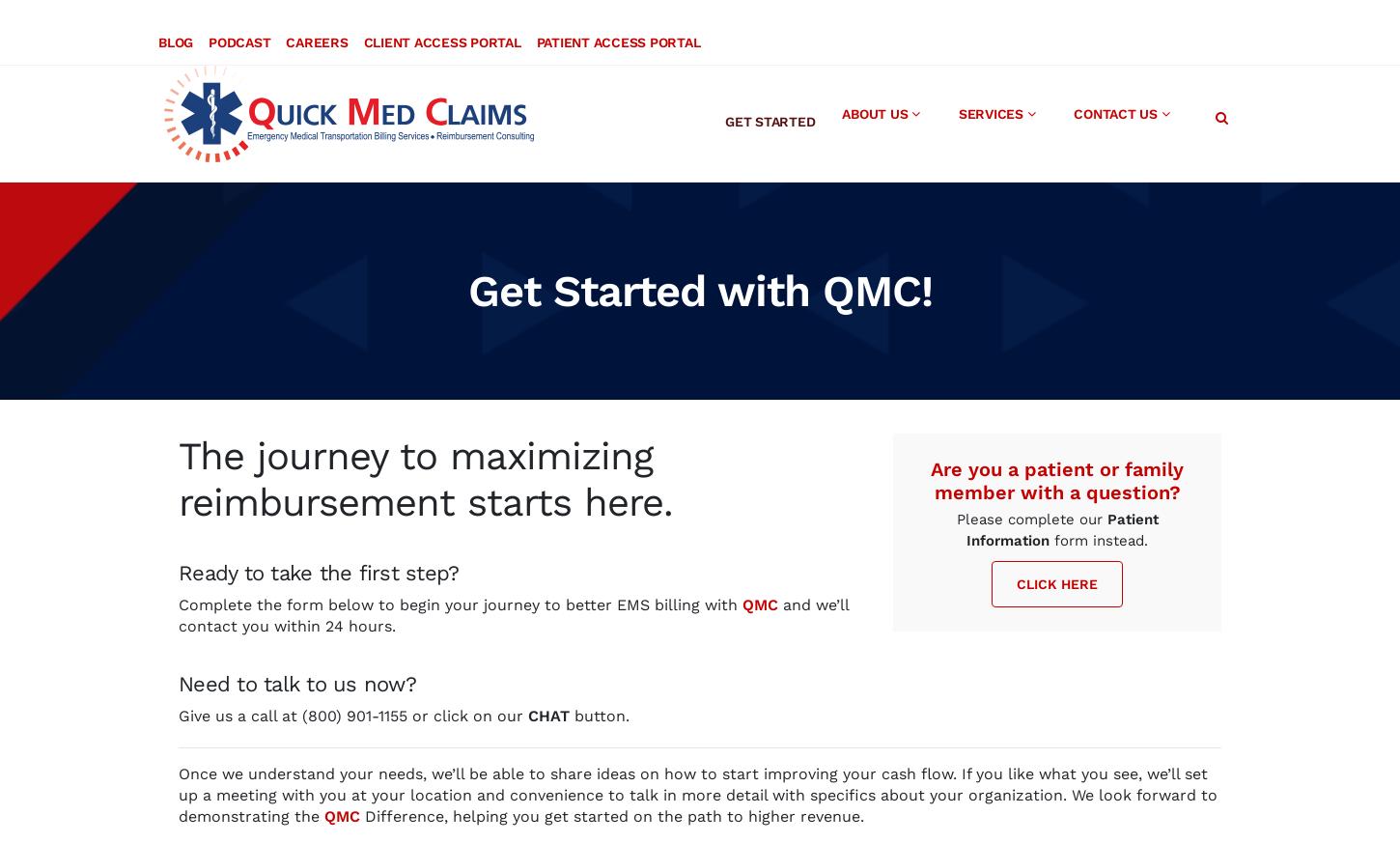 The width and height of the screenshot is (1400, 843). I want to click on 'Services', so click(990, 96).